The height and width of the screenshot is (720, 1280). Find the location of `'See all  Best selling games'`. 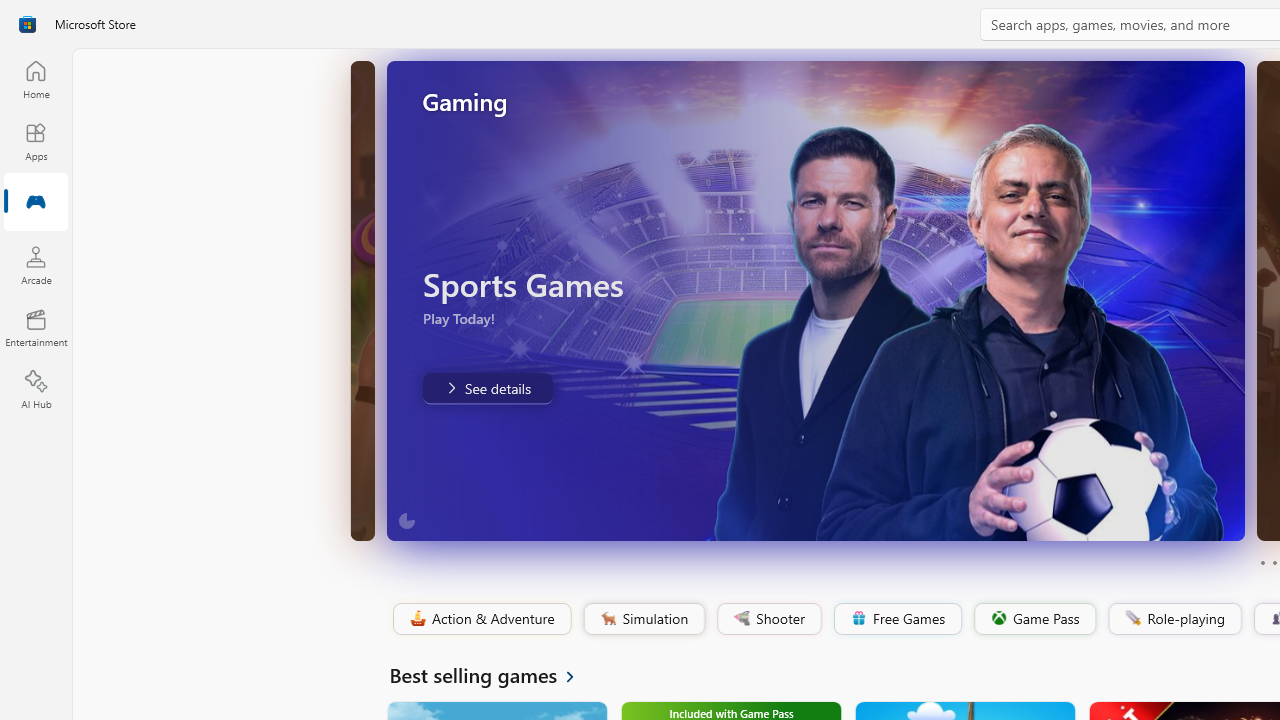

'See all  Best selling games' is located at coordinates (494, 675).